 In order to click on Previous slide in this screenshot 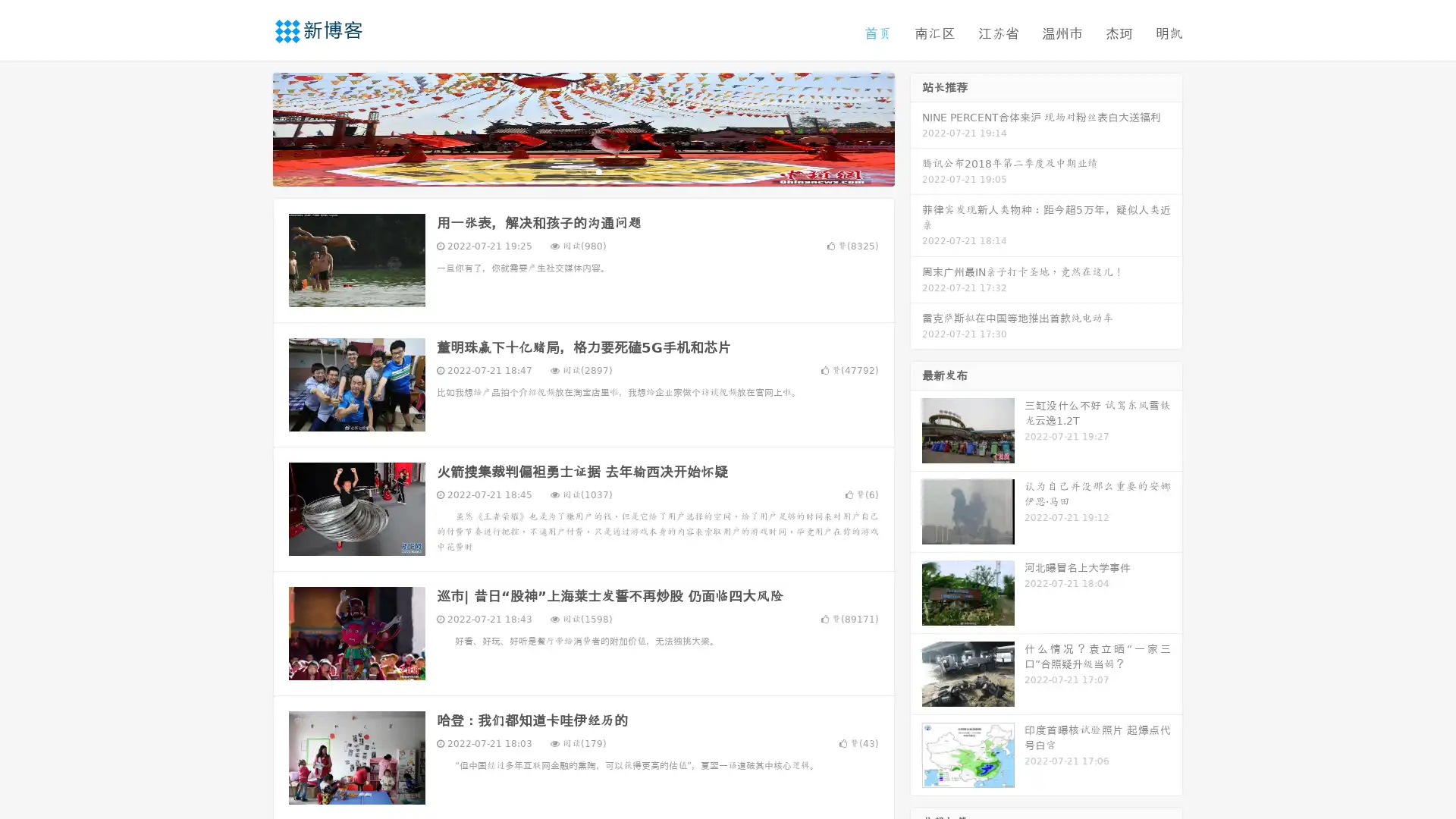, I will do `click(250, 127)`.